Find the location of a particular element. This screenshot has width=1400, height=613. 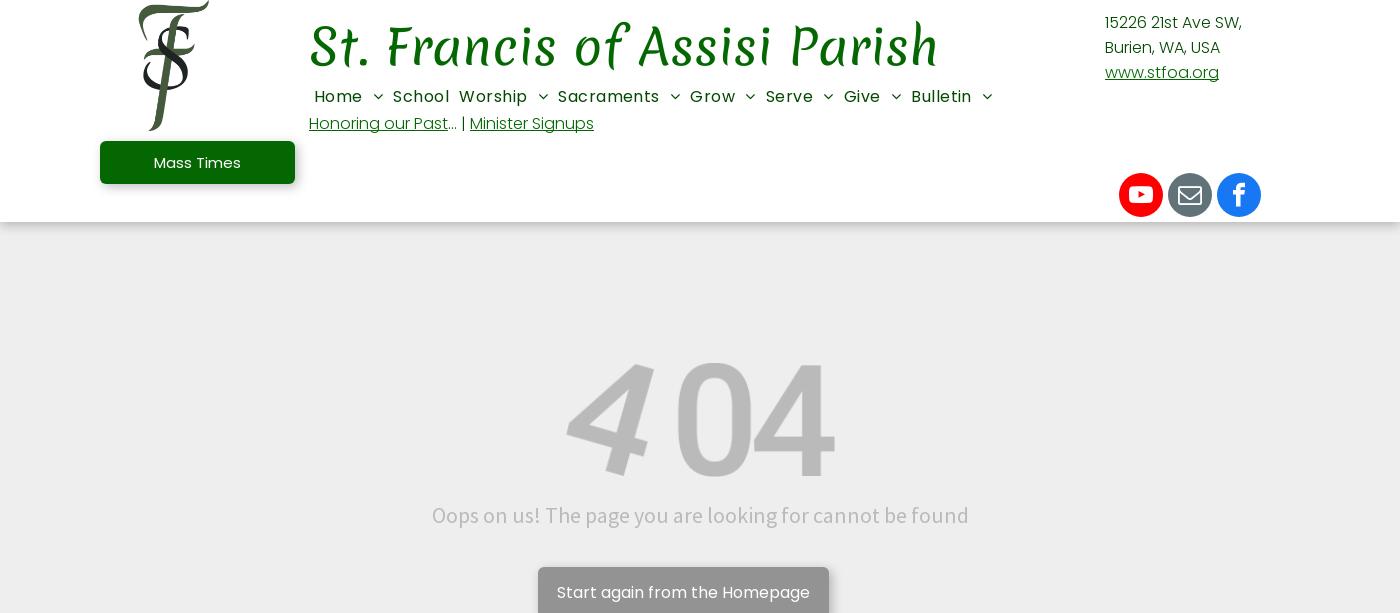

'Finance Council' is located at coordinates (1157, 291).